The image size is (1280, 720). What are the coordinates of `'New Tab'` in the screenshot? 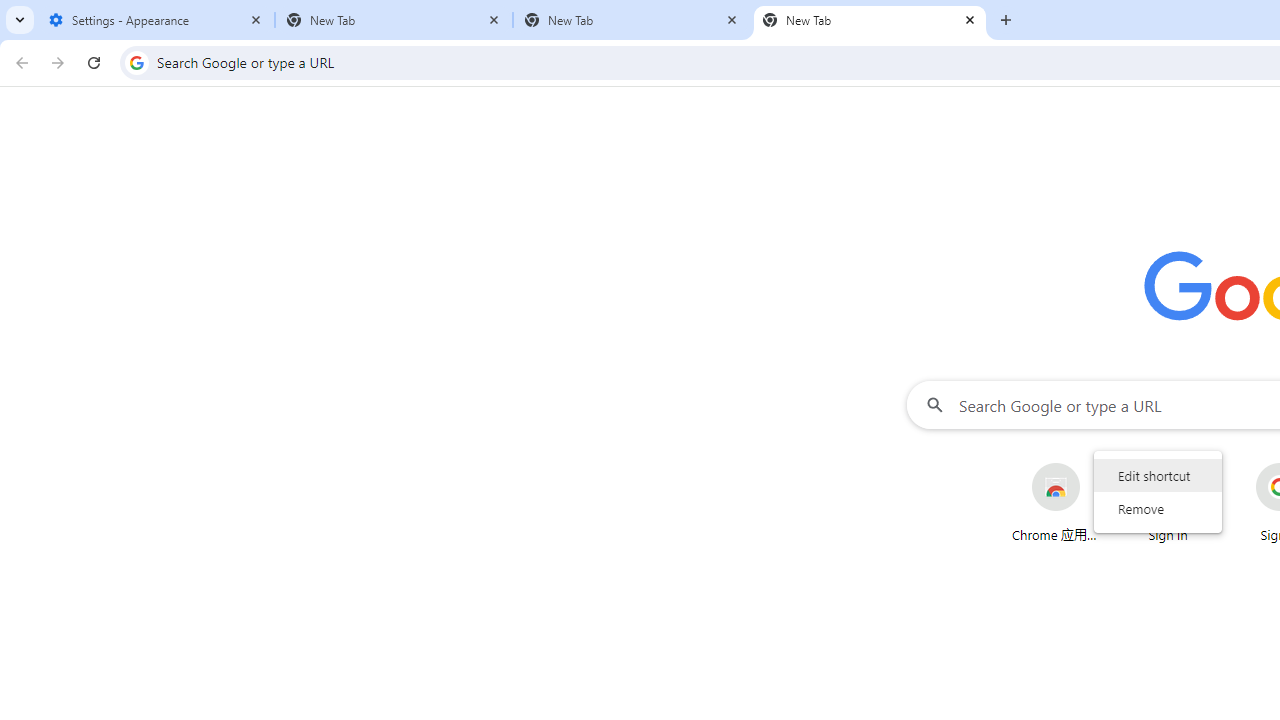 It's located at (870, 20).